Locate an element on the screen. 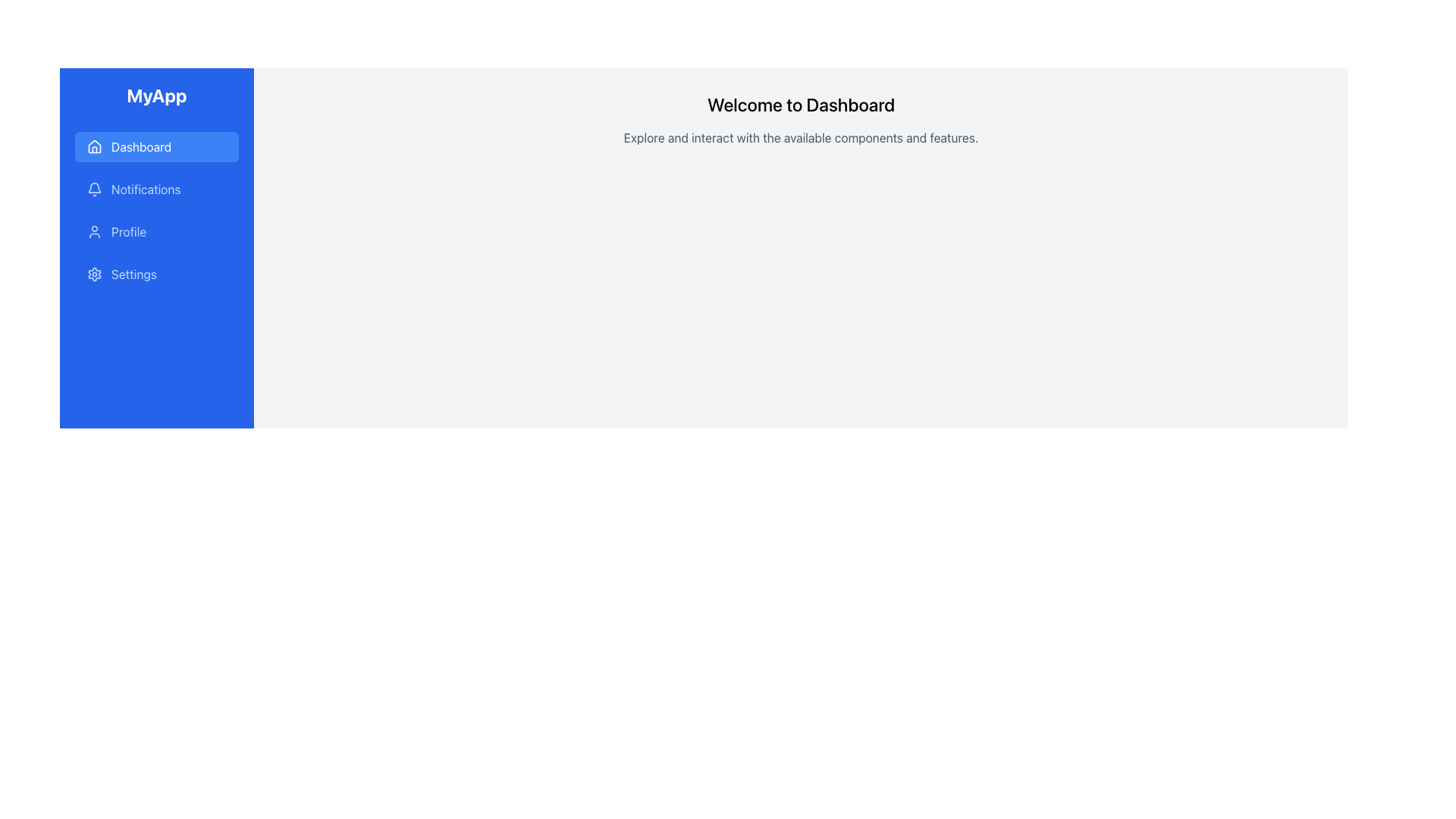 This screenshot has width=1456, height=819. the bell icon representing notifications in the sidebar's notification section, which is the second item in the vertical list of navigation items is located at coordinates (93, 186).